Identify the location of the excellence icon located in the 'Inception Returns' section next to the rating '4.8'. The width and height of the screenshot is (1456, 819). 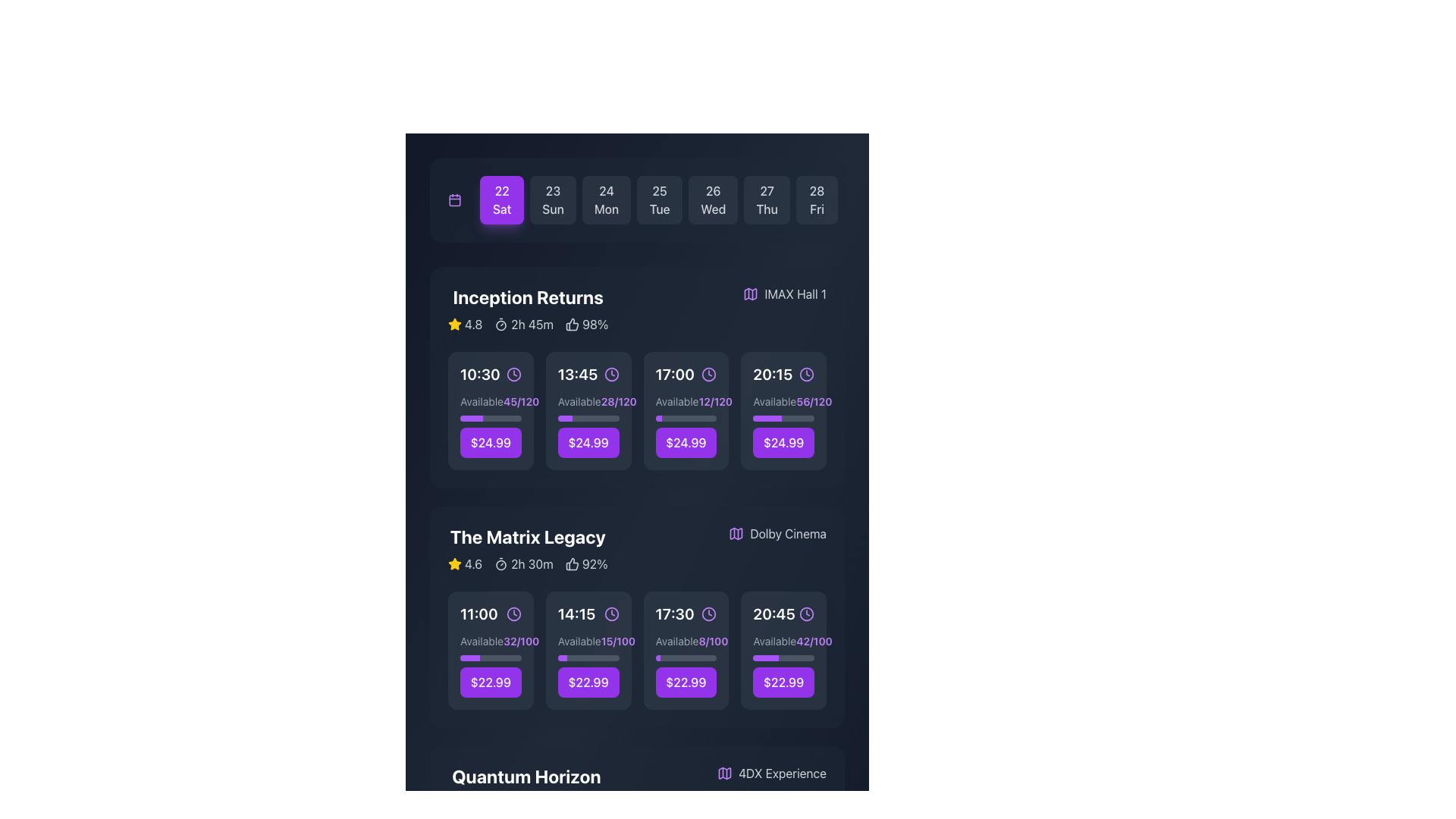
(454, 324).